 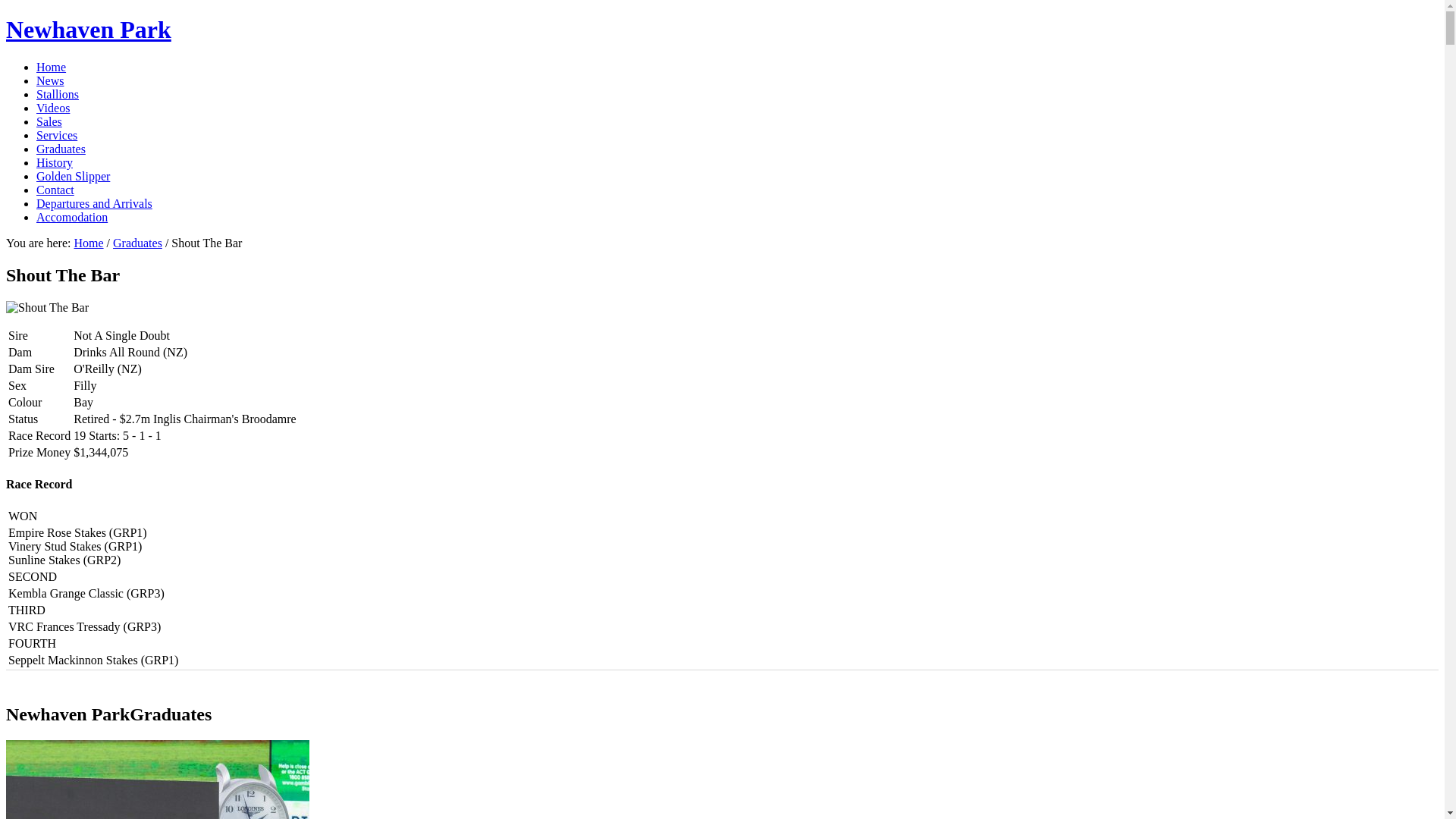 I want to click on 'News', so click(x=50, y=80).